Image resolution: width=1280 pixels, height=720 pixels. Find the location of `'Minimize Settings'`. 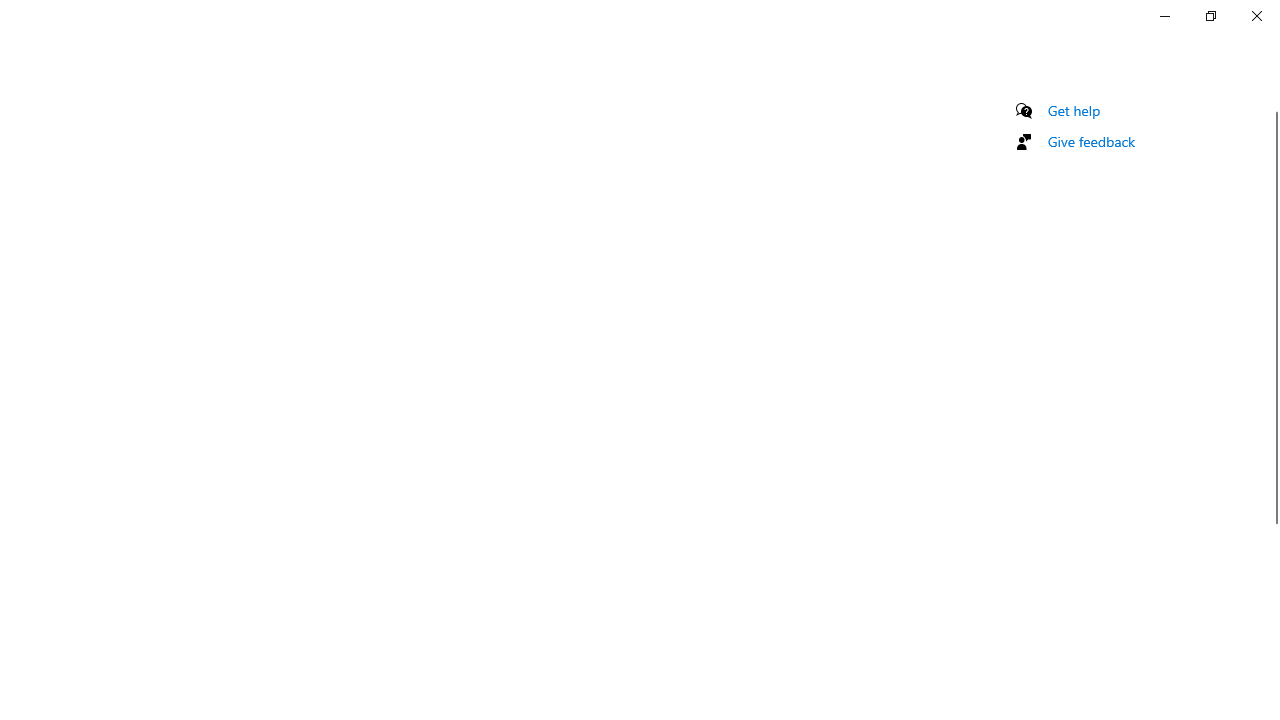

'Minimize Settings' is located at coordinates (1164, 15).